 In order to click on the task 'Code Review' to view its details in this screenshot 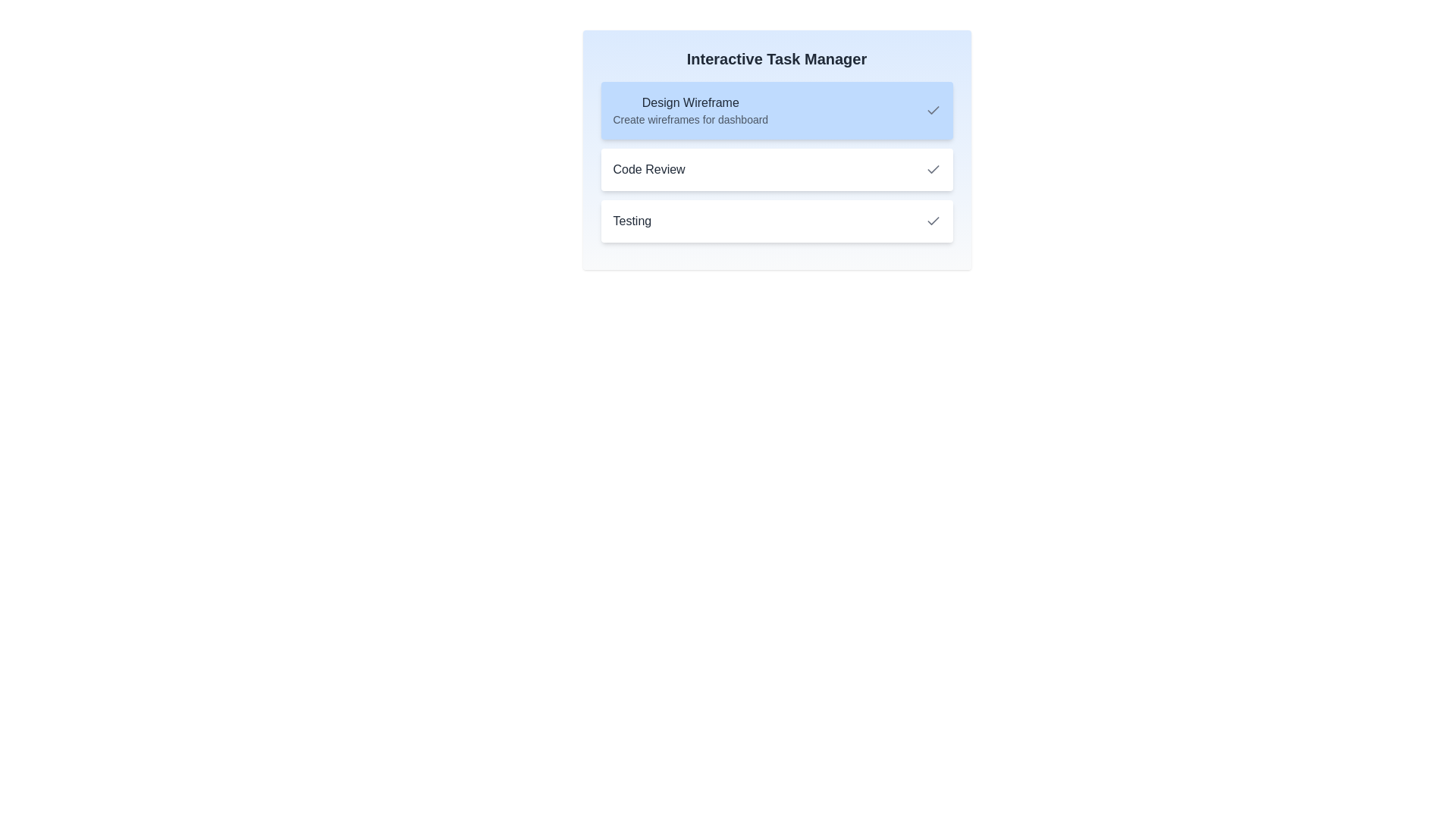, I will do `click(777, 169)`.